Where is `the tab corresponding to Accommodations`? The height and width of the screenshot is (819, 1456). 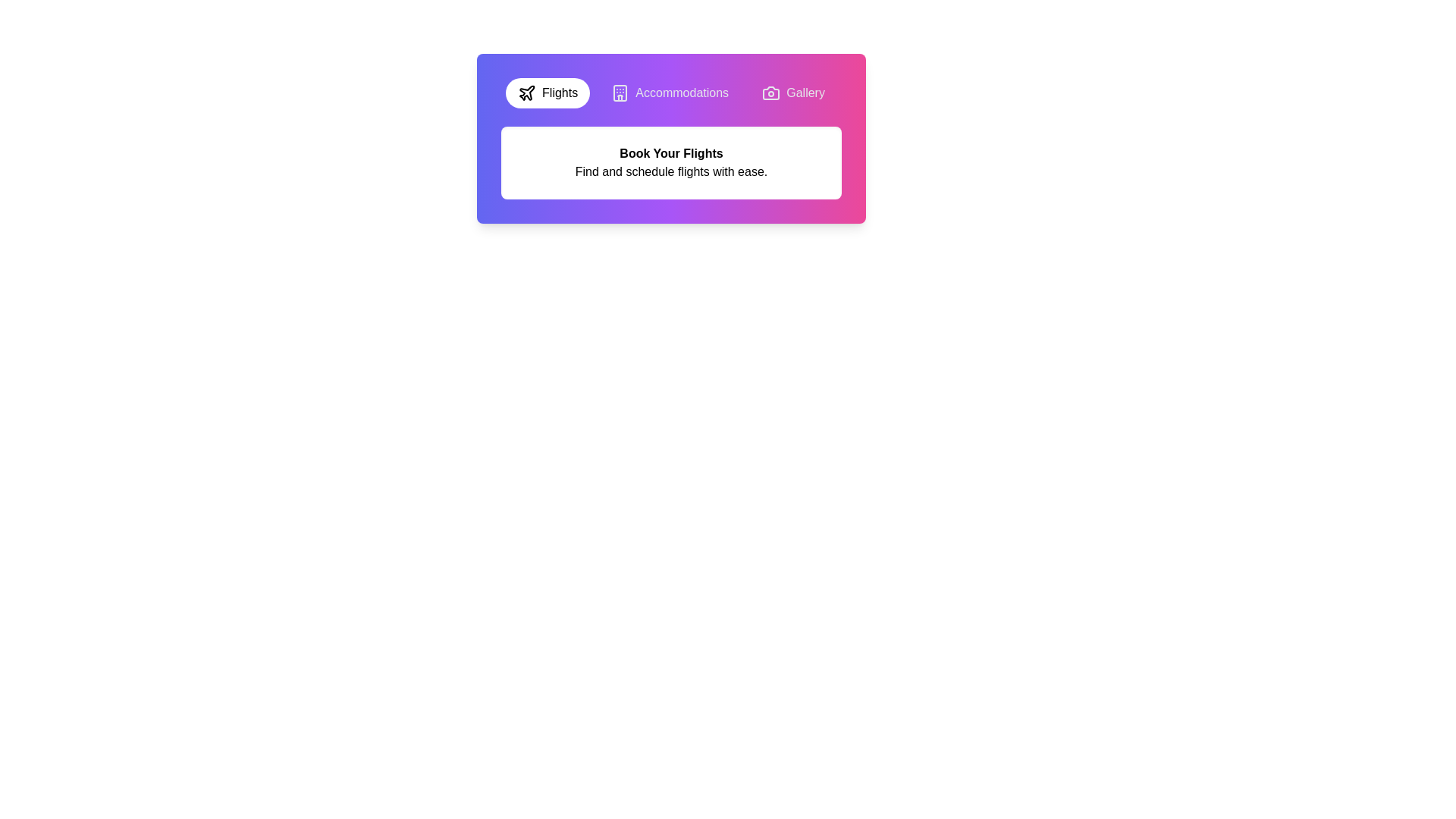
the tab corresponding to Accommodations is located at coordinates (669, 93).